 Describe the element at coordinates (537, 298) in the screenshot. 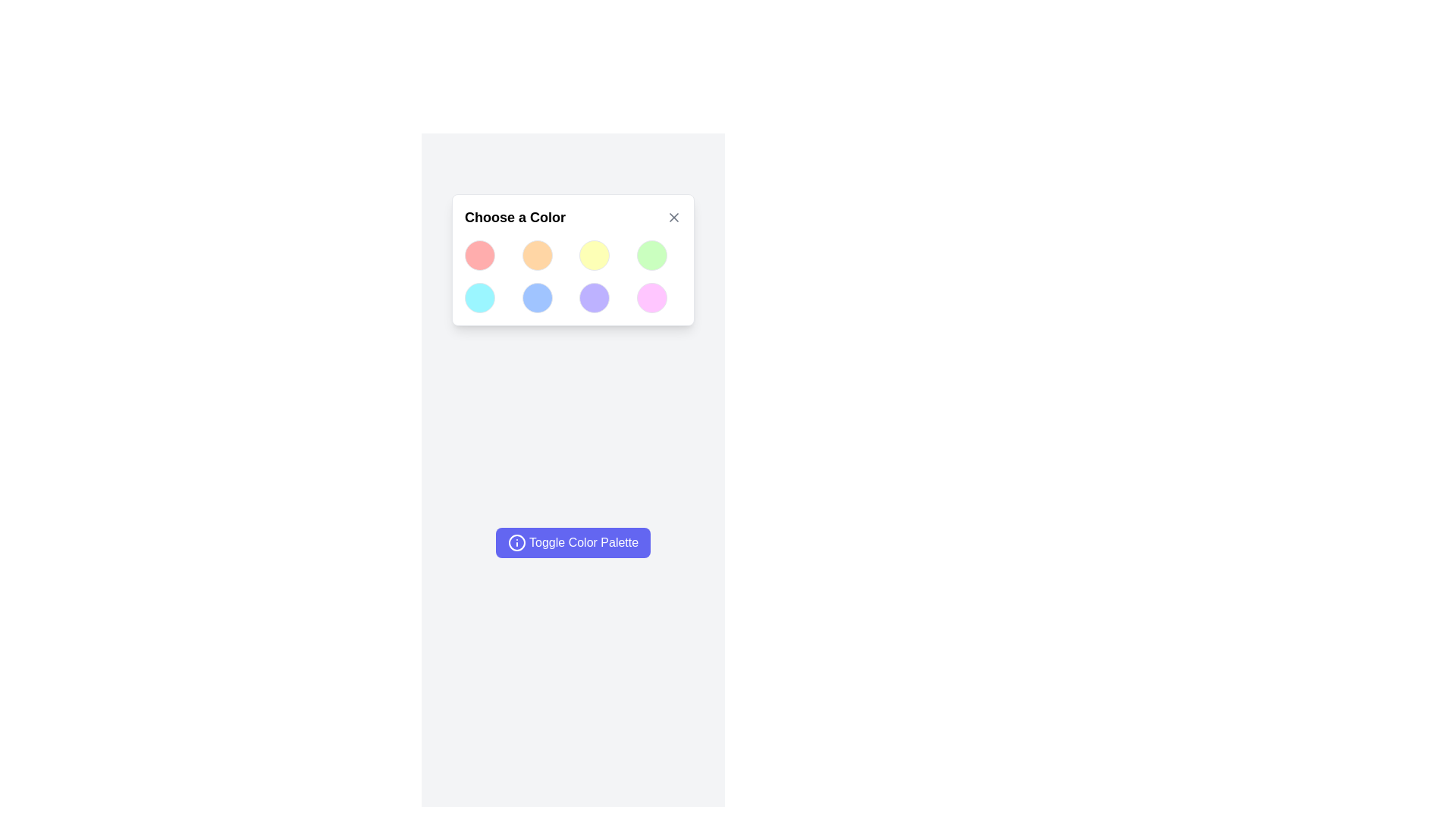

I see `the circular light blue button in the second row, second column of the color palette selection interface` at that location.